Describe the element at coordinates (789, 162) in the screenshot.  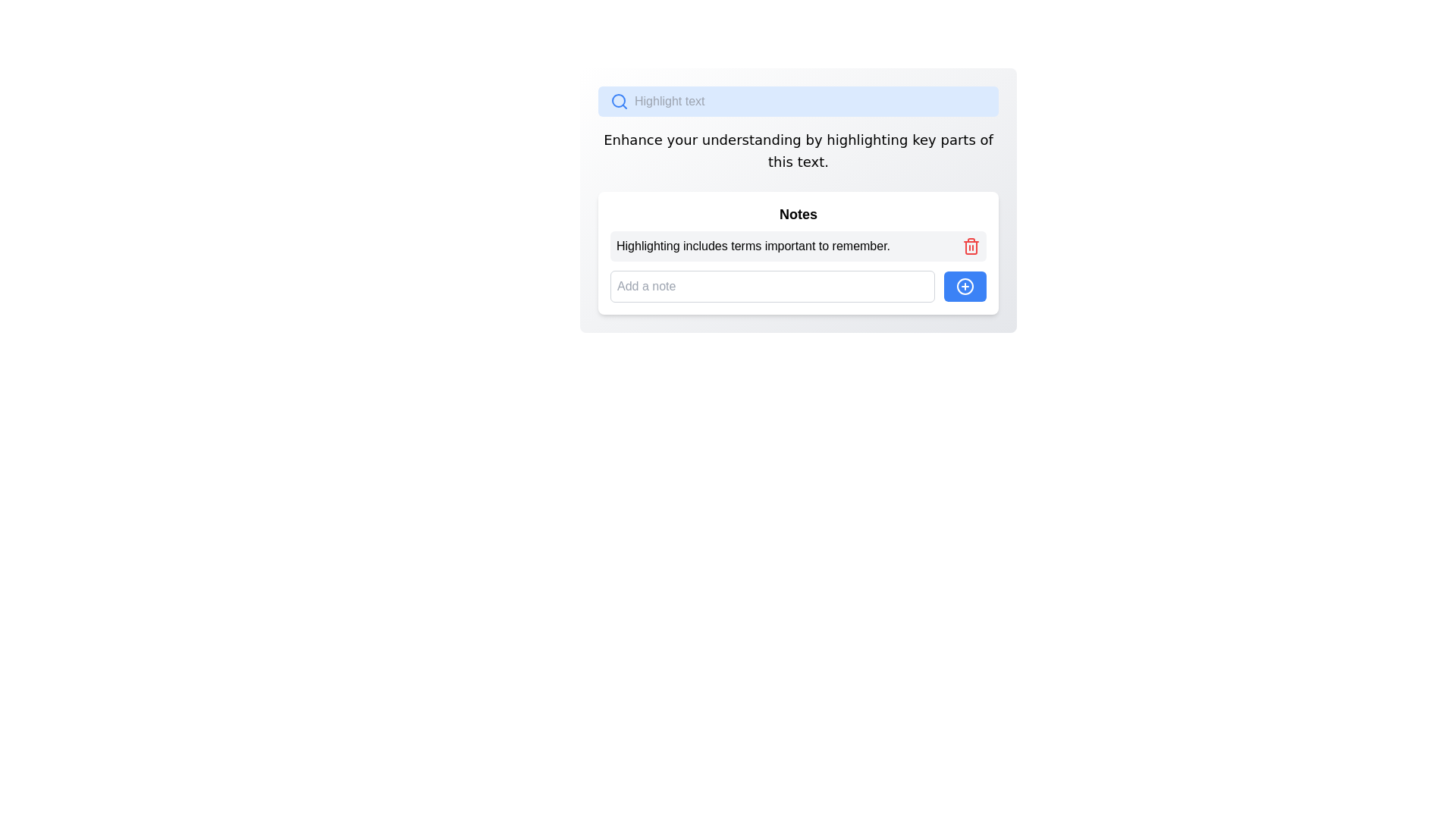
I see `the last character in the word 'this' within the paragraph of text, located towards the center-top region of the interface` at that location.